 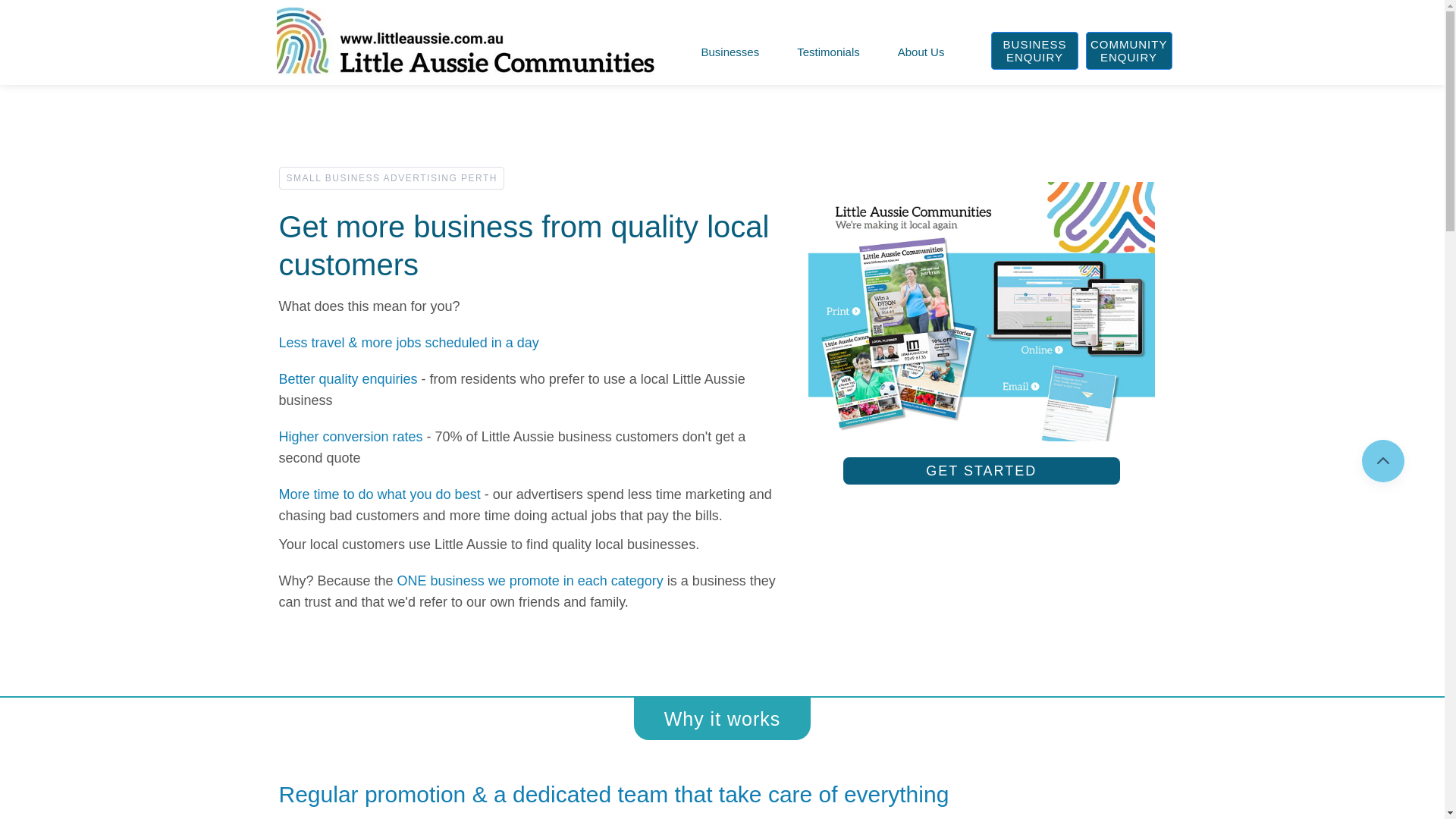 What do you see at coordinates (894, 52) in the screenshot?
I see `'About Us'` at bounding box center [894, 52].